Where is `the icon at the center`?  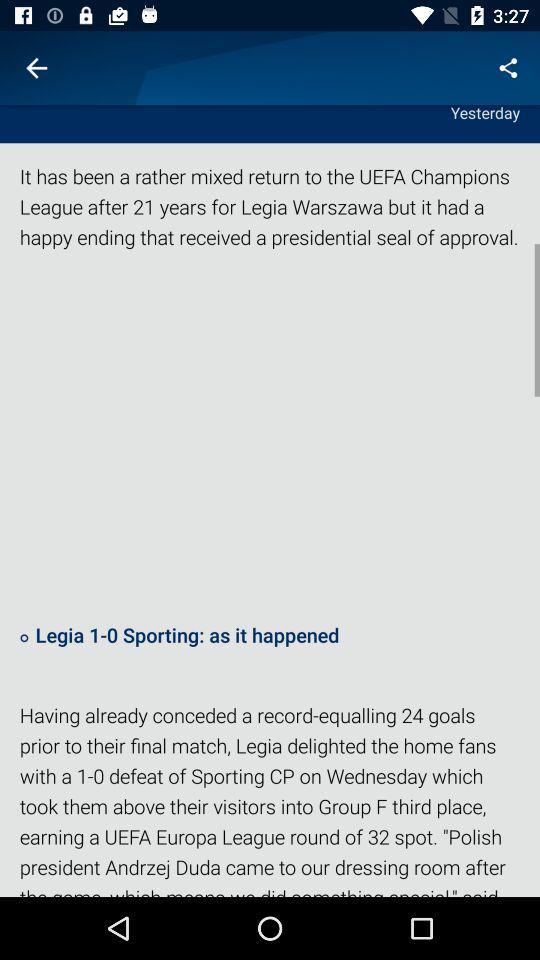 the icon at the center is located at coordinates (270, 435).